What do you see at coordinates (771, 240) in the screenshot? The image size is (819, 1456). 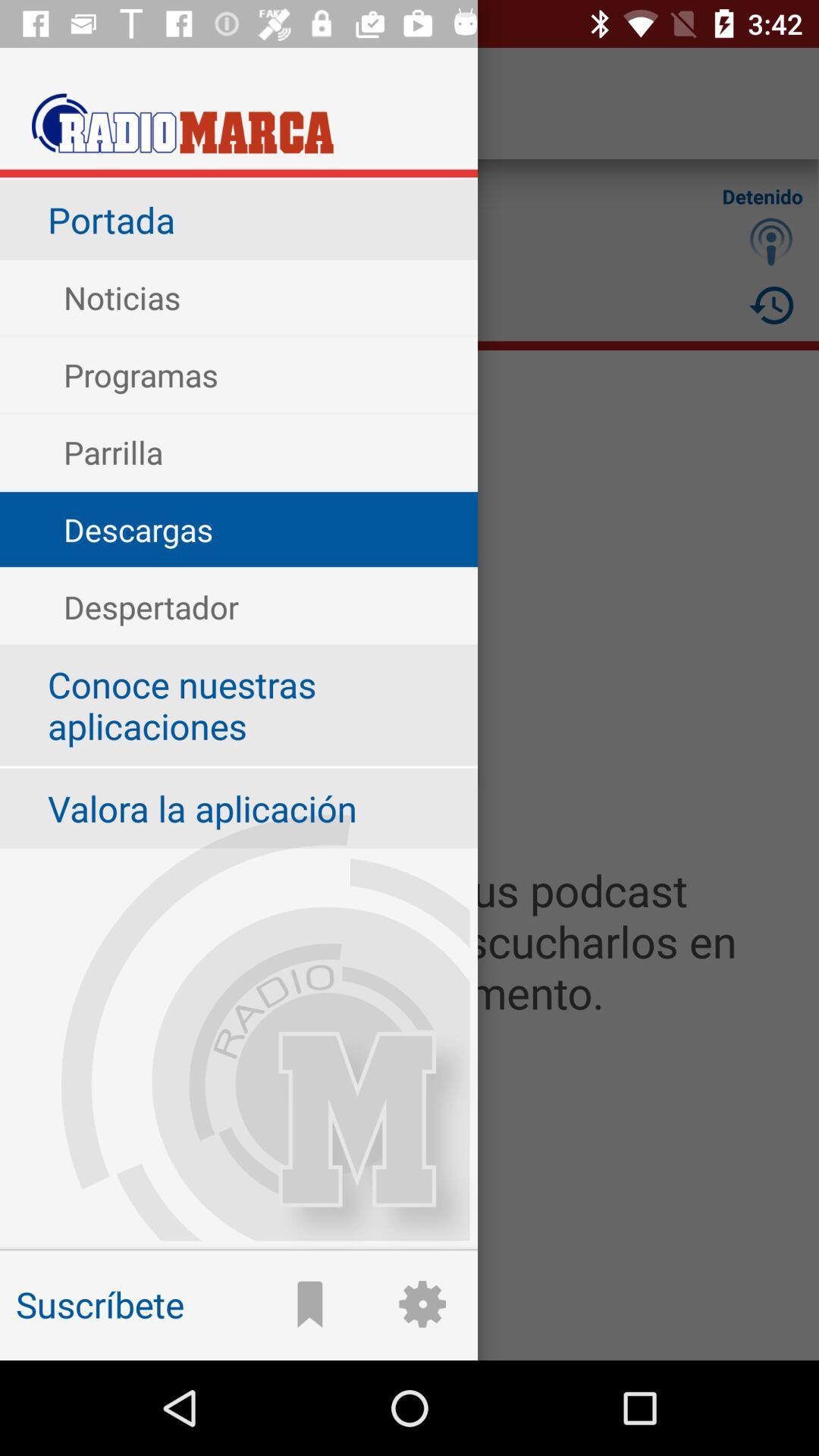 I see `the location icon` at bounding box center [771, 240].